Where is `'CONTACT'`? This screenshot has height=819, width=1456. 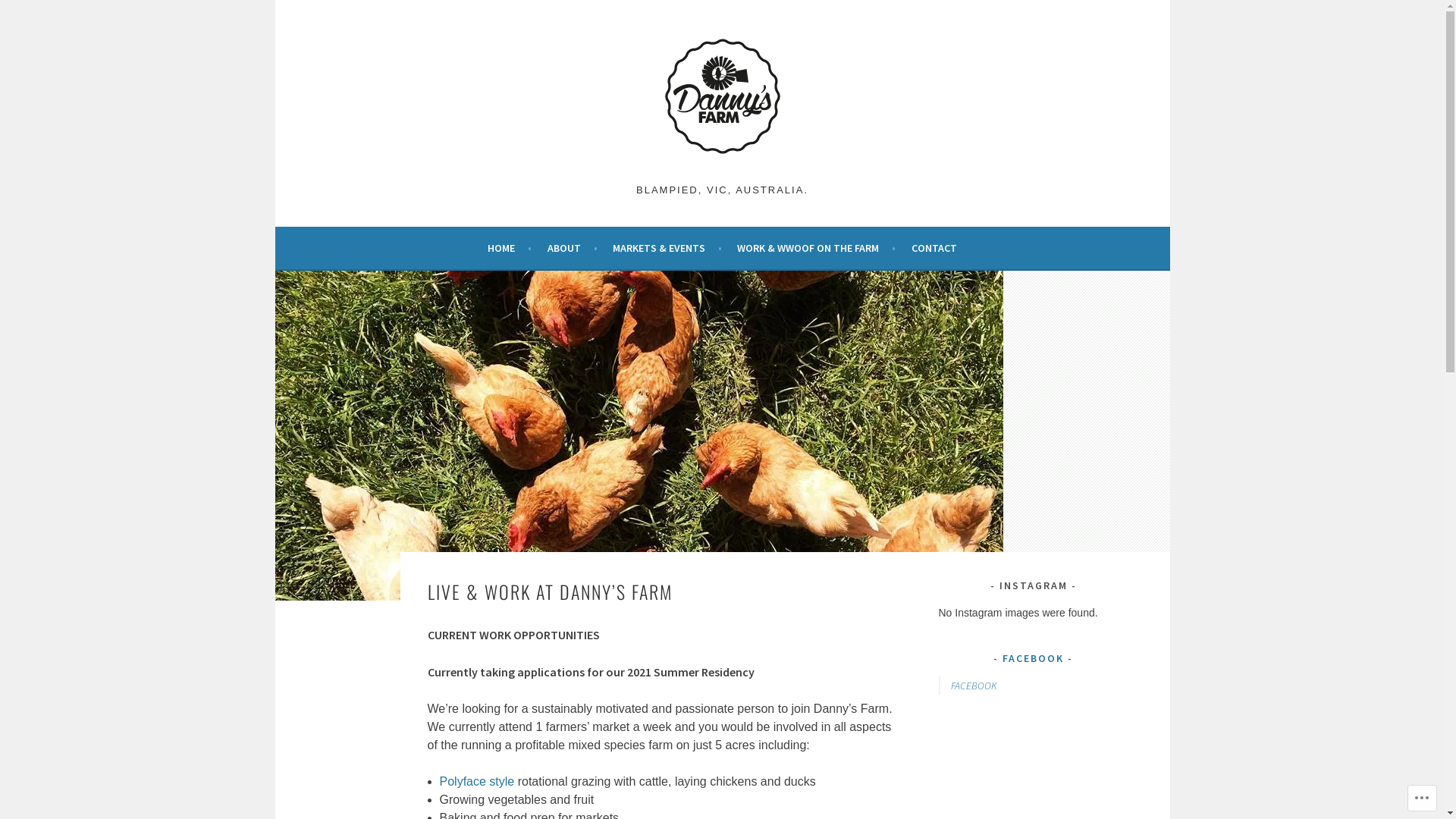 'CONTACT' is located at coordinates (934, 247).